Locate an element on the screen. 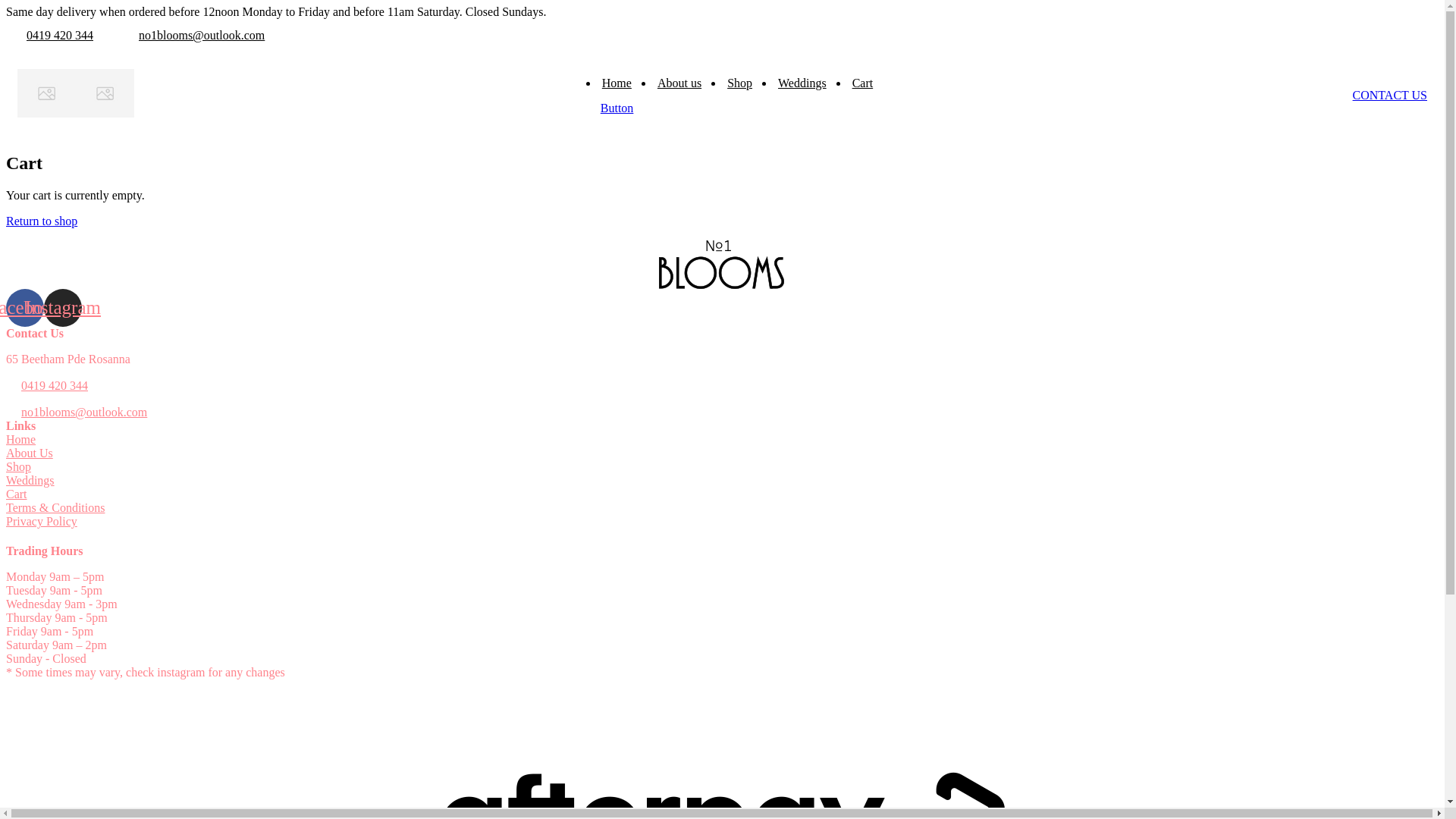 This screenshot has width=1456, height=819. 'Weddings' is located at coordinates (801, 83).